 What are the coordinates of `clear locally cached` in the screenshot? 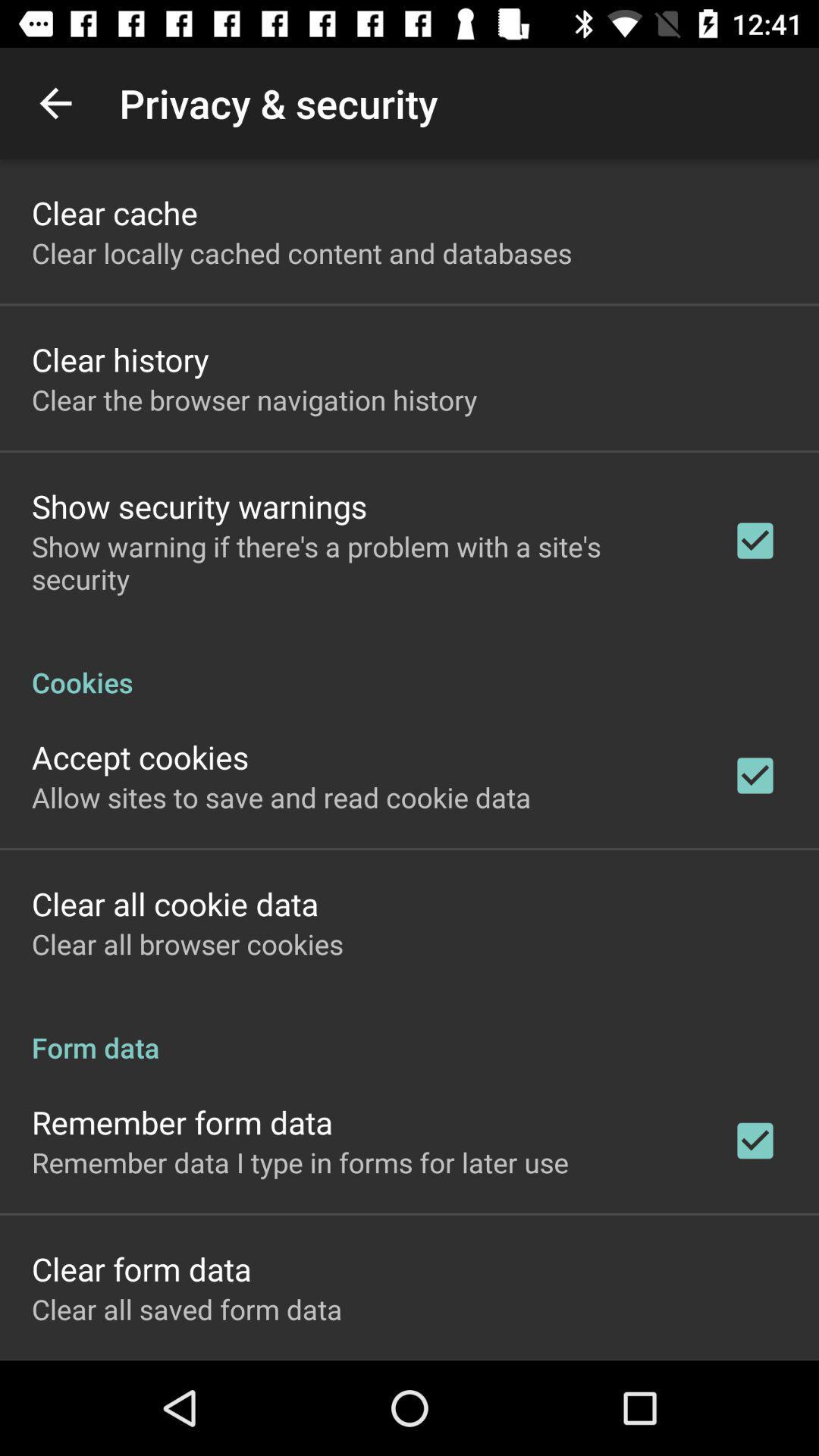 It's located at (302, 253).